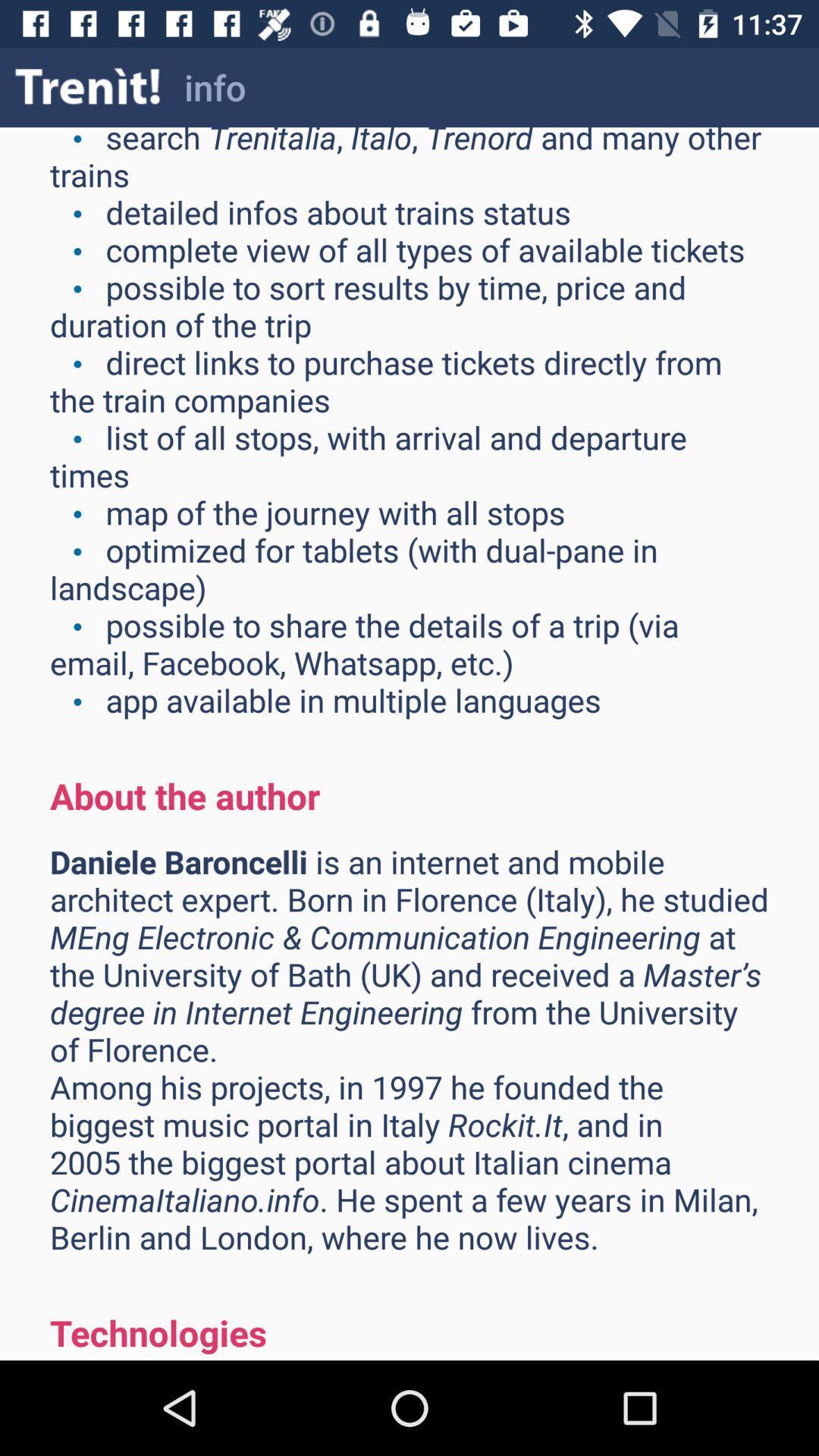  Describe the element at coordinates (88, 86) in the screenshot. I see `icon next to info` at that location.